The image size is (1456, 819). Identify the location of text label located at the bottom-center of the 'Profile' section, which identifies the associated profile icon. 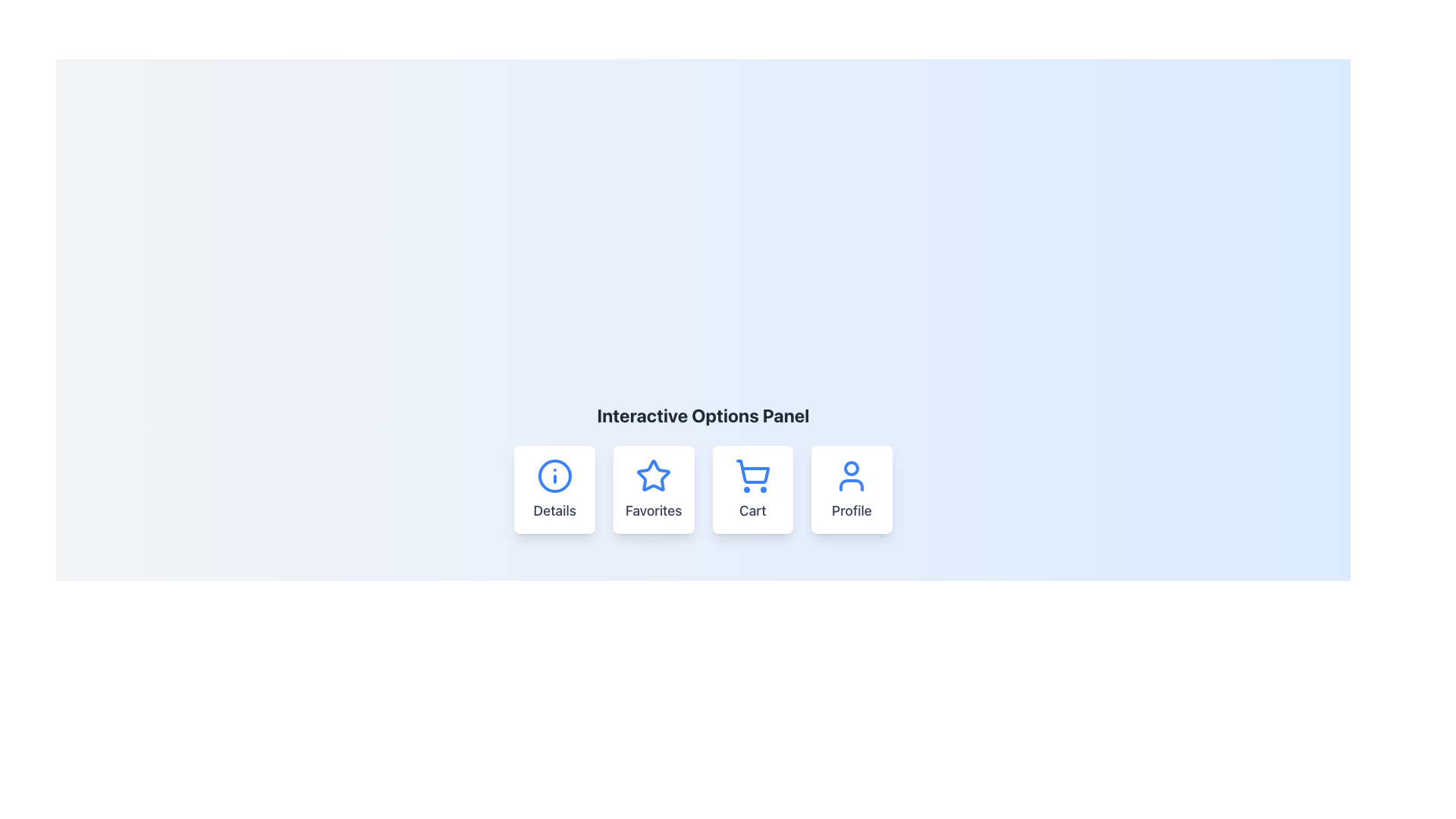
(852, 511).